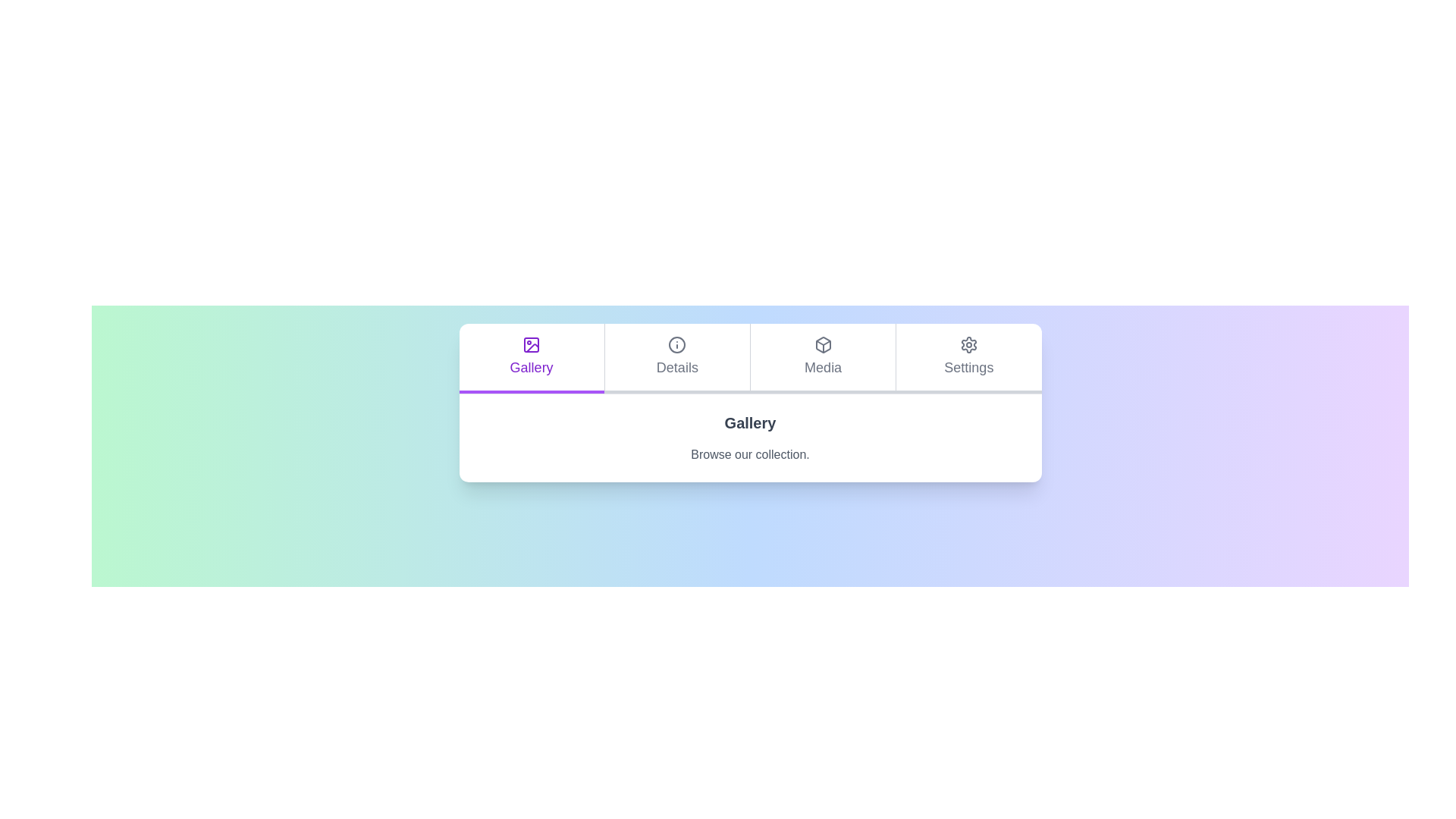 The width and height of the screenshot is (1456, 819). Describe the element at coordinates (531, 359) in the screenshot. I see `the Gallery tab by clicking on its label or icon` at that location.